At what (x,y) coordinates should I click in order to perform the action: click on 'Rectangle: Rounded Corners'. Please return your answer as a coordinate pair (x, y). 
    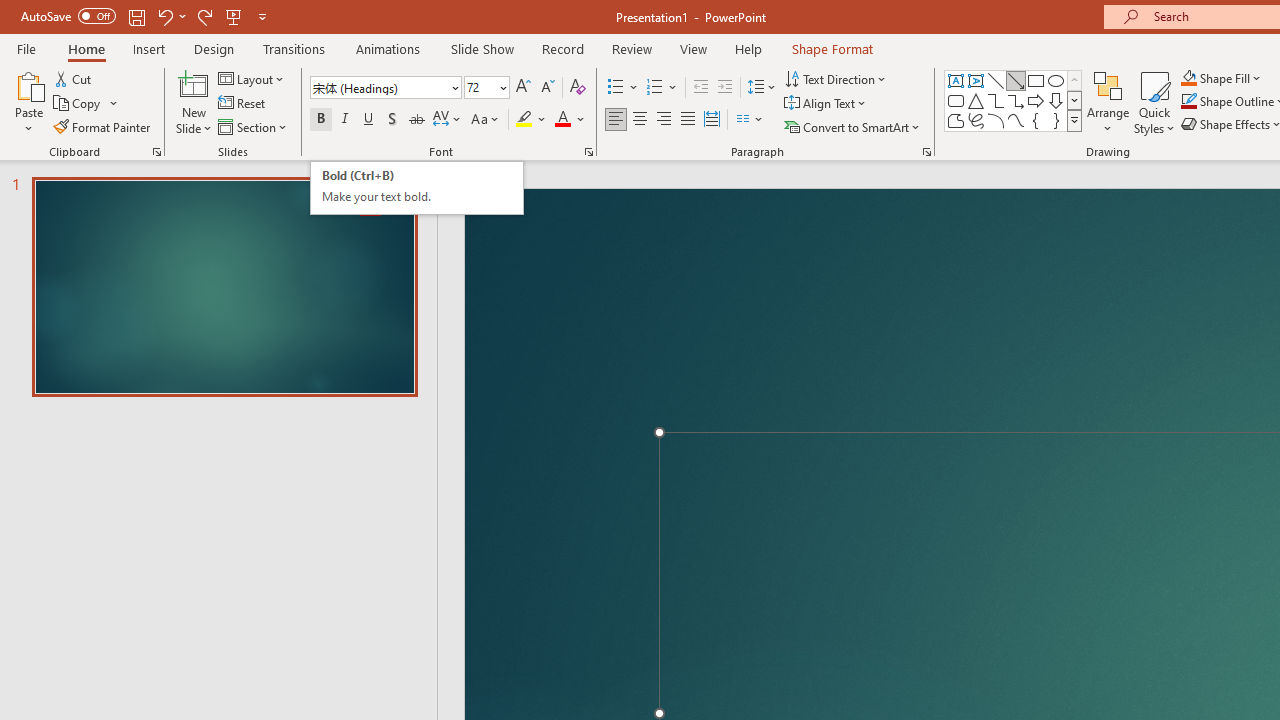
    Looking at the image, I should click on (955, 100).